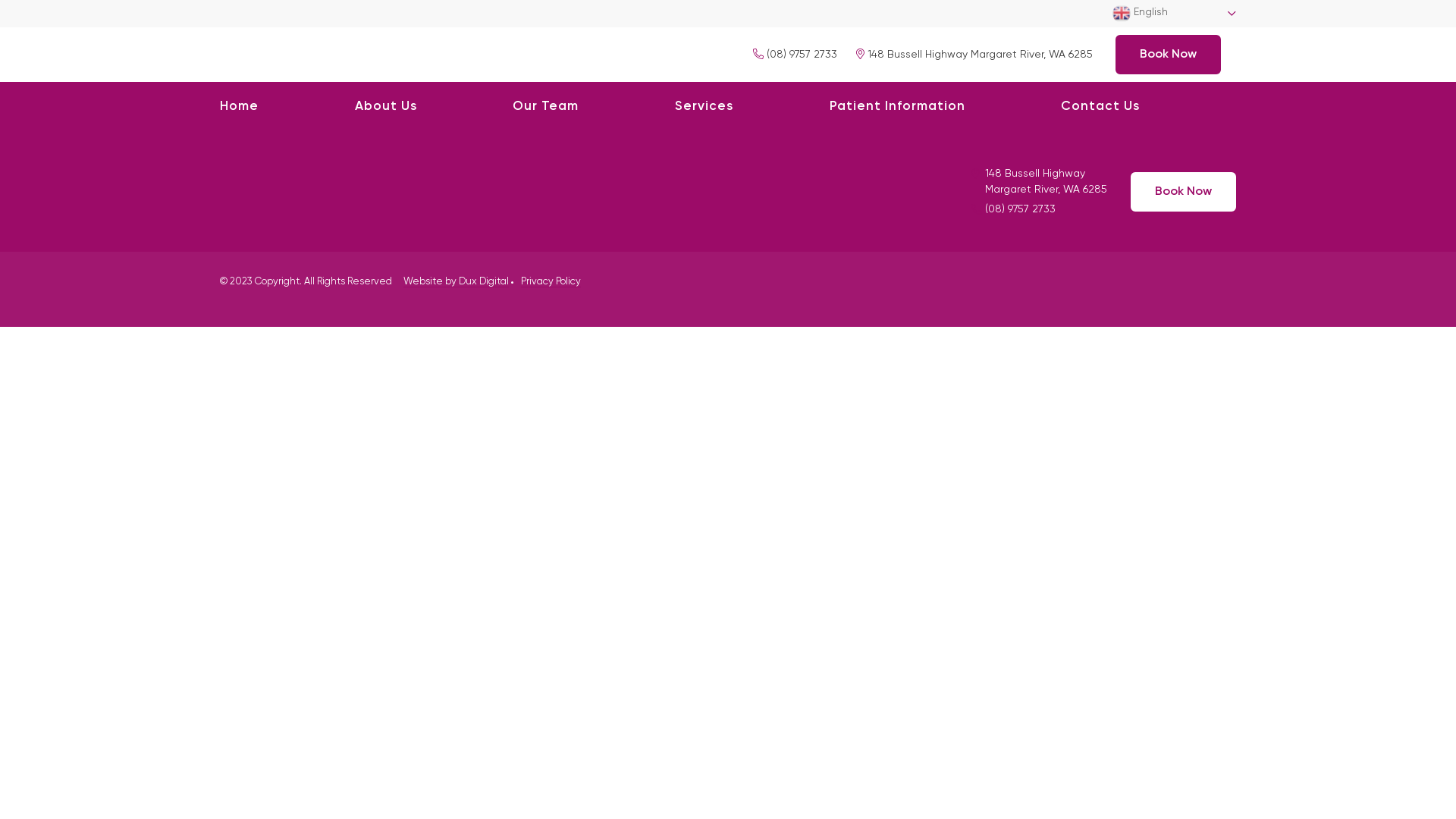 The width and height of the screenshot is (1456, 819). What do you see at coordinates (238, 106) in the screenshot?
I see `'Home'` at bounding box center [238, 106].